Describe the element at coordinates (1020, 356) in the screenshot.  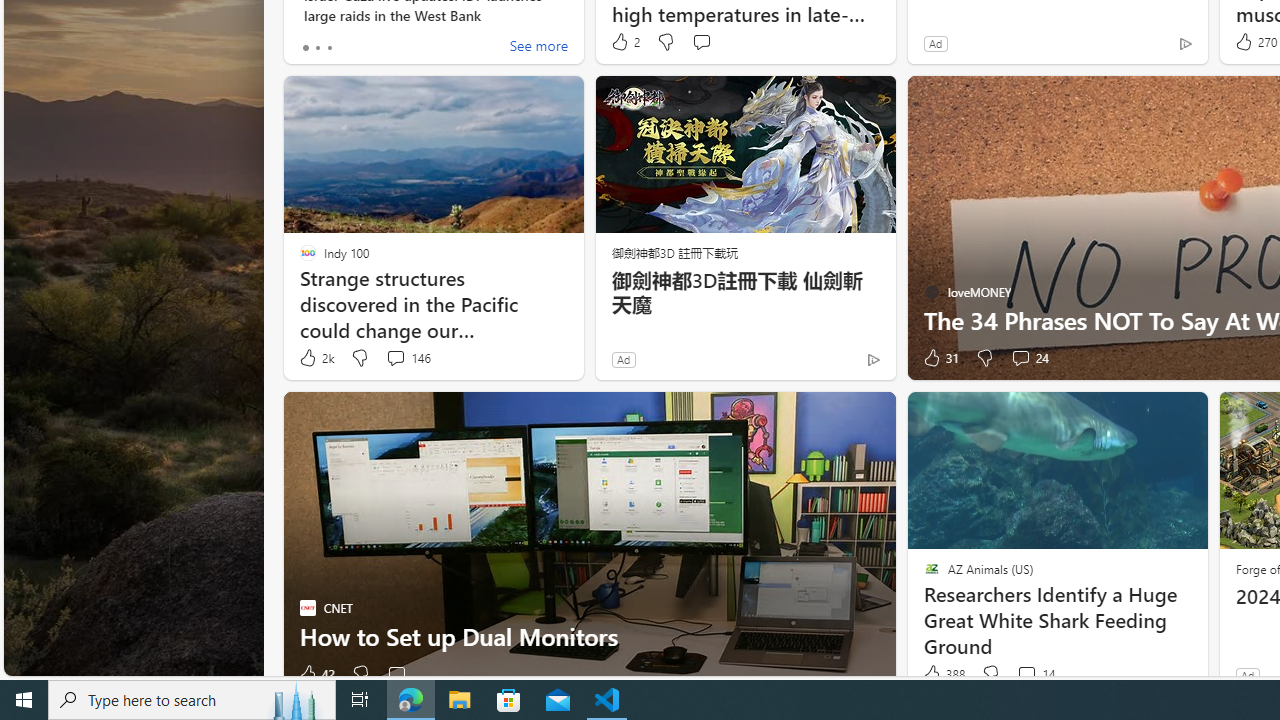
I see `'View comments 24 Comment'` at that location.